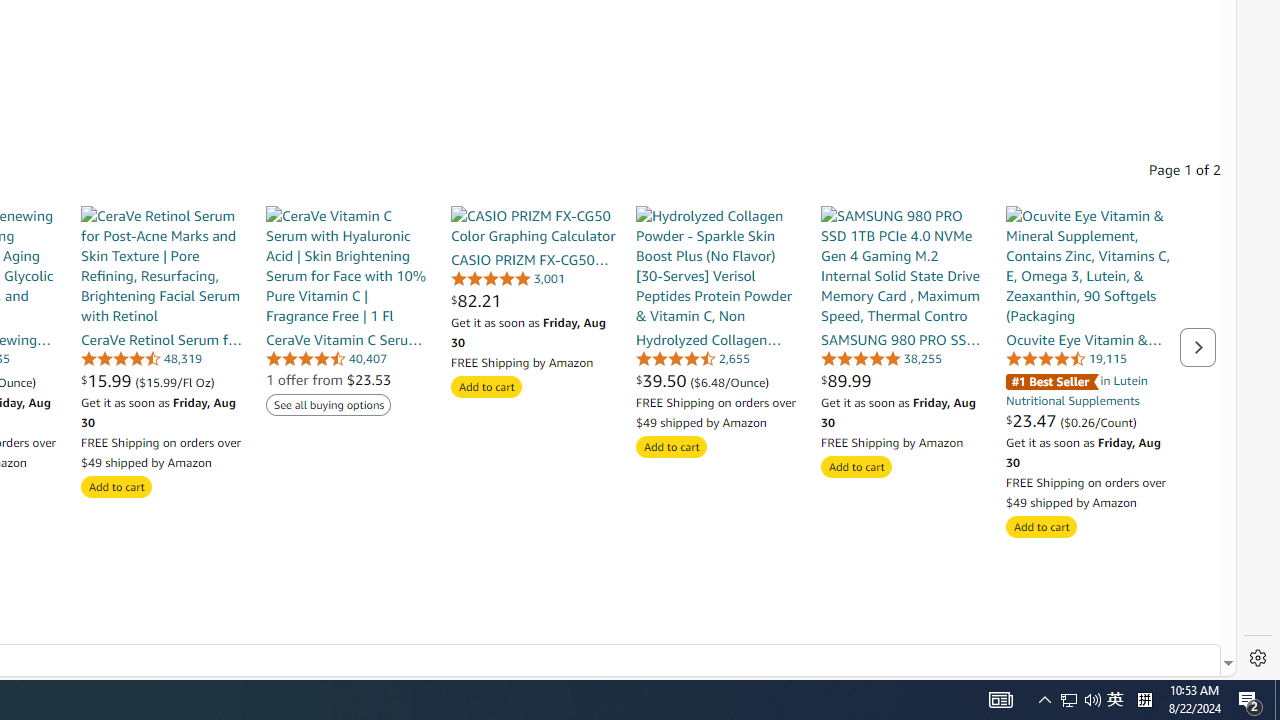 The height and width of the screenshot is (720, 1280). Describe the element at coordinates (328, 379) in the screenshot. I see `'1 offer from $23.53'` at that location.